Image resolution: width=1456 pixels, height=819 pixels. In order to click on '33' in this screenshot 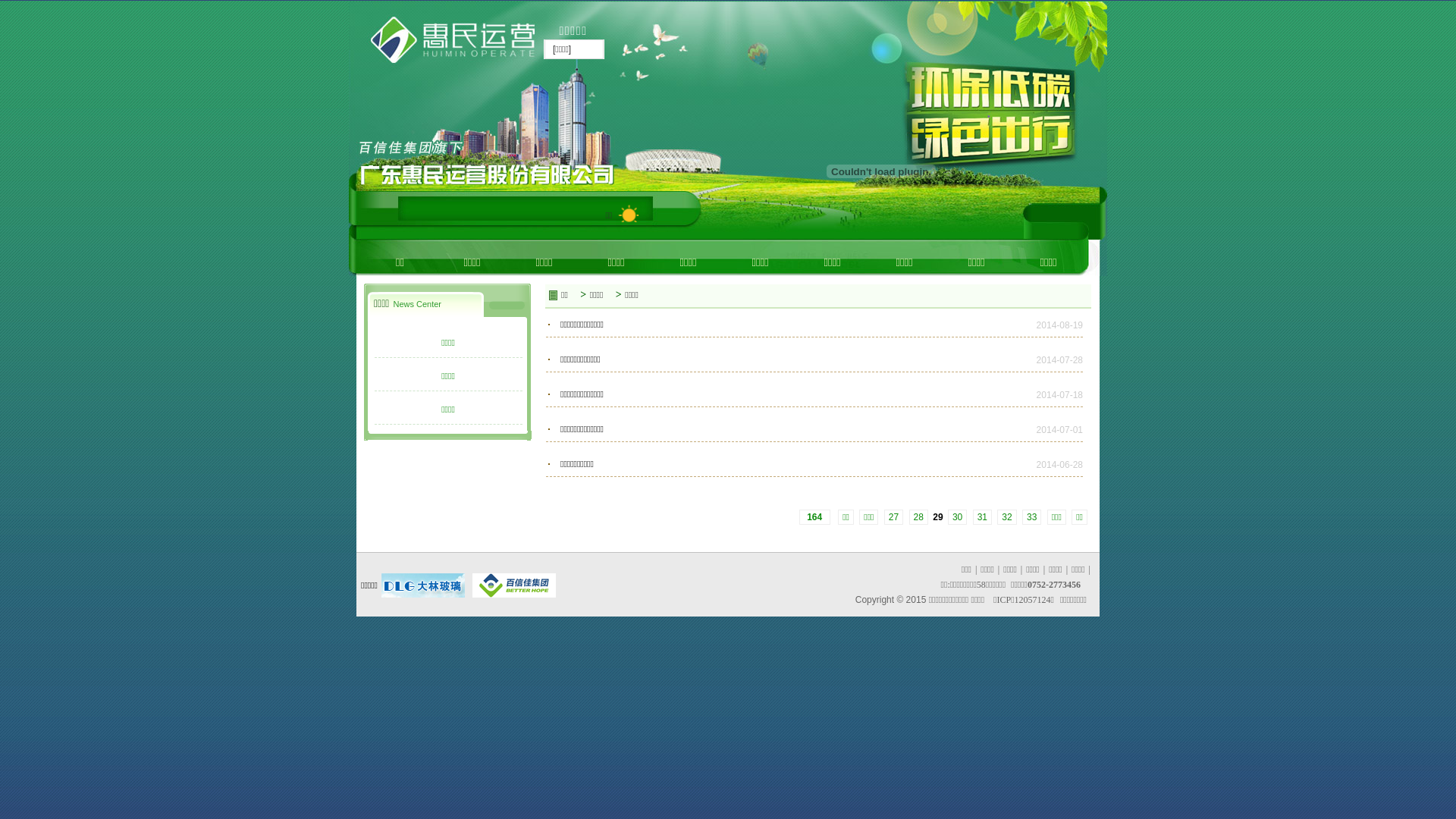, I will do `click(1031, 516)`.